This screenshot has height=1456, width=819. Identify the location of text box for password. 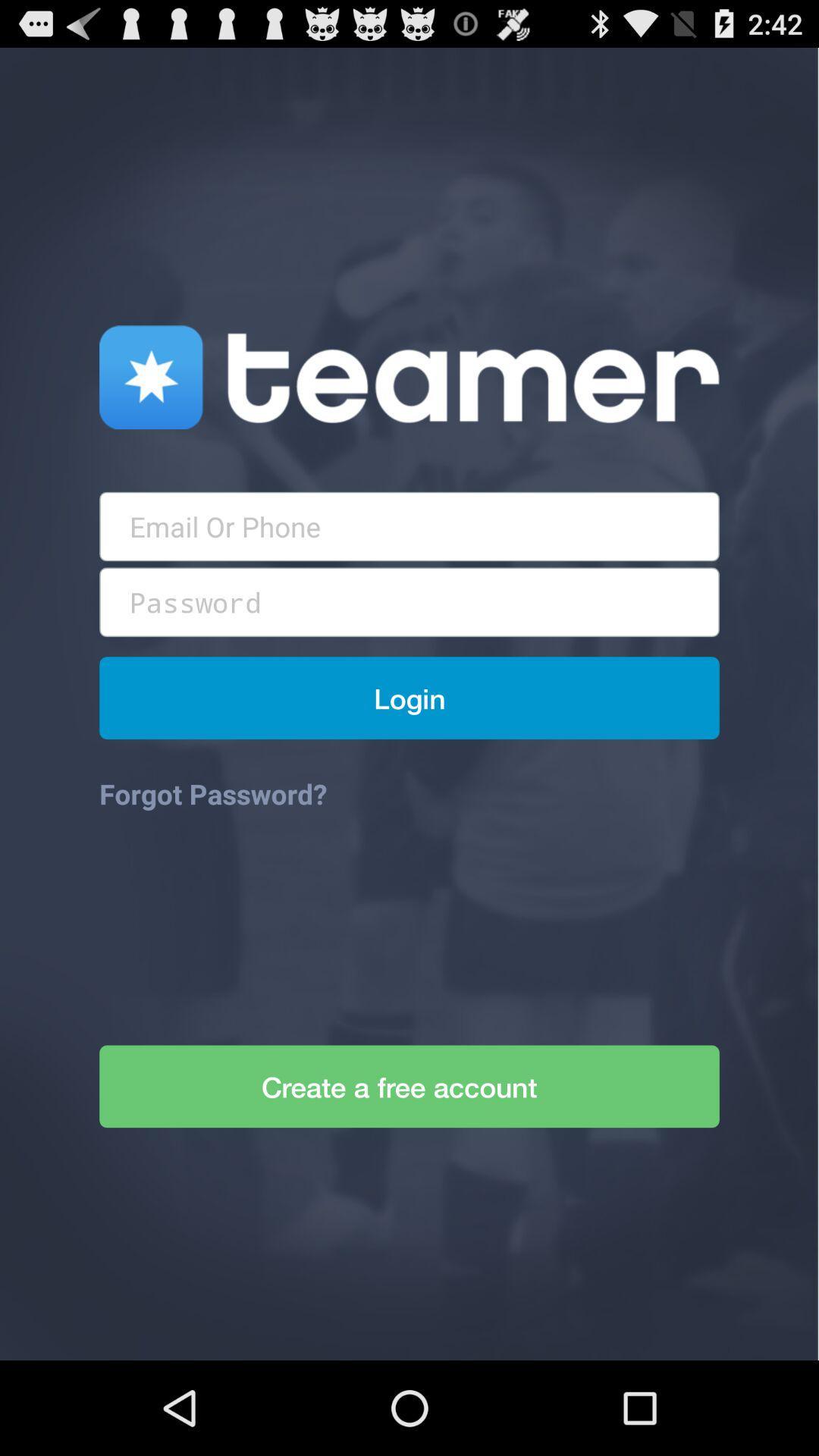
(409, 601).